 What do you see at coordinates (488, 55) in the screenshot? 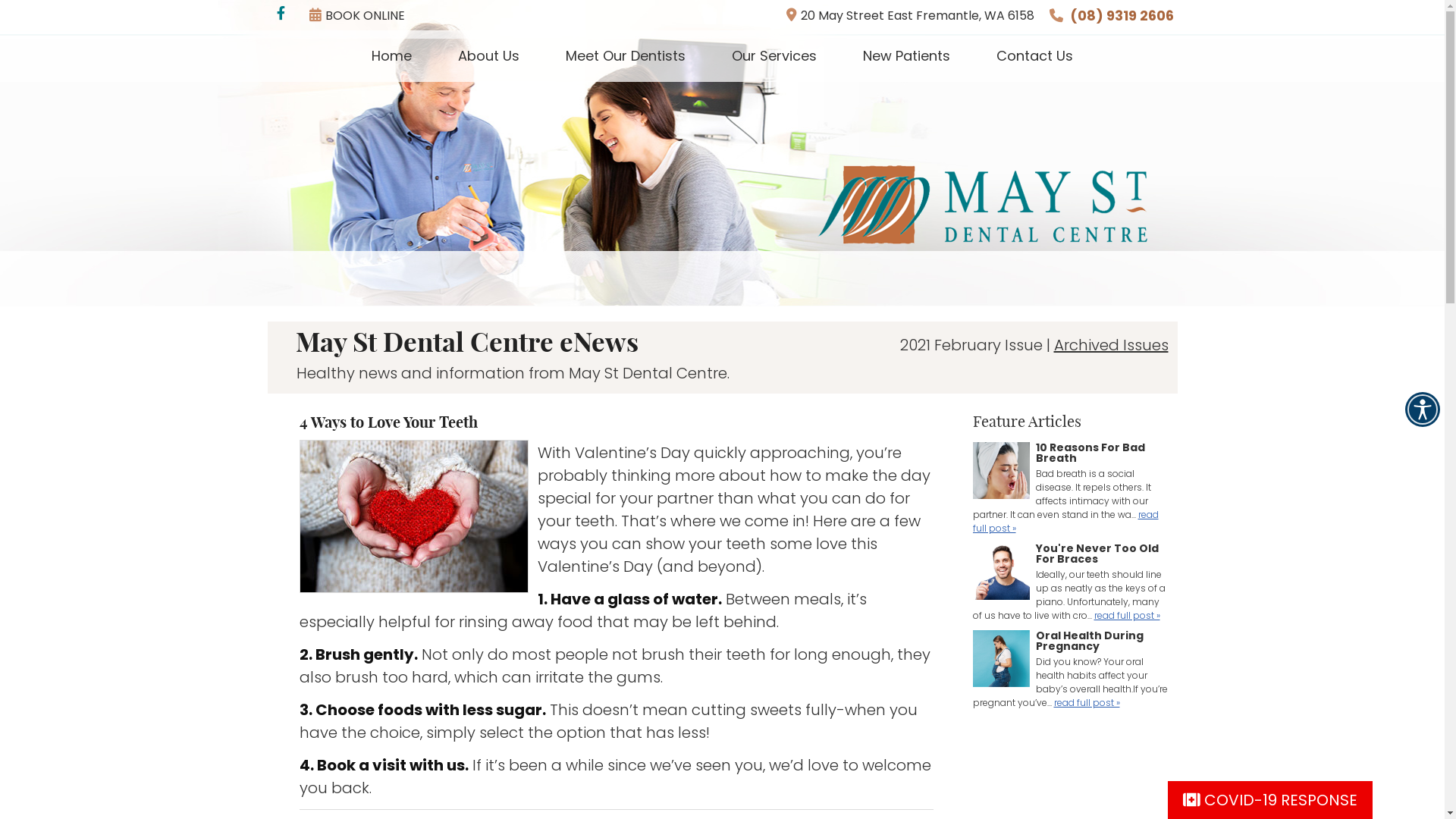
I see `'About Us'` at bounding box center [488, 55].